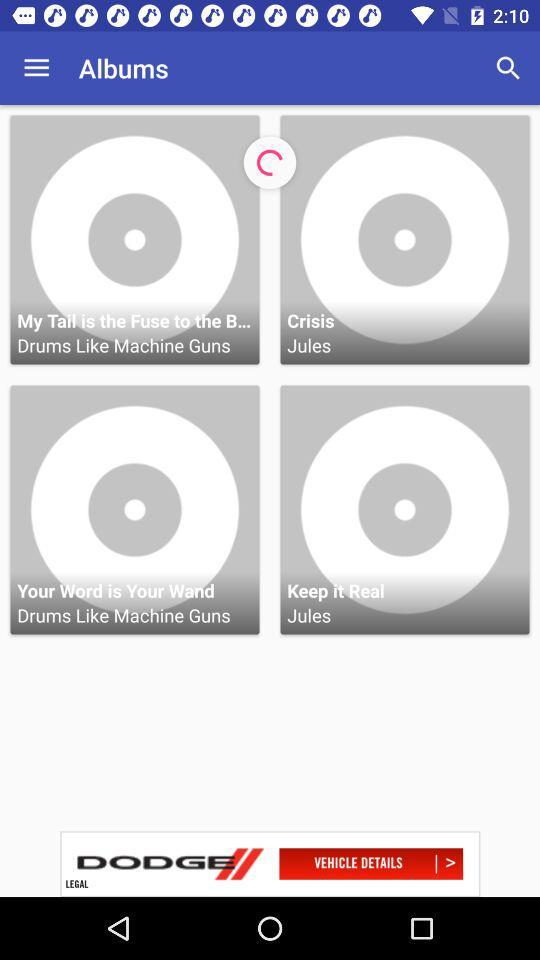  Describe the element at coordinates (270, 863) in the screenshot. I see `link button` at that location.